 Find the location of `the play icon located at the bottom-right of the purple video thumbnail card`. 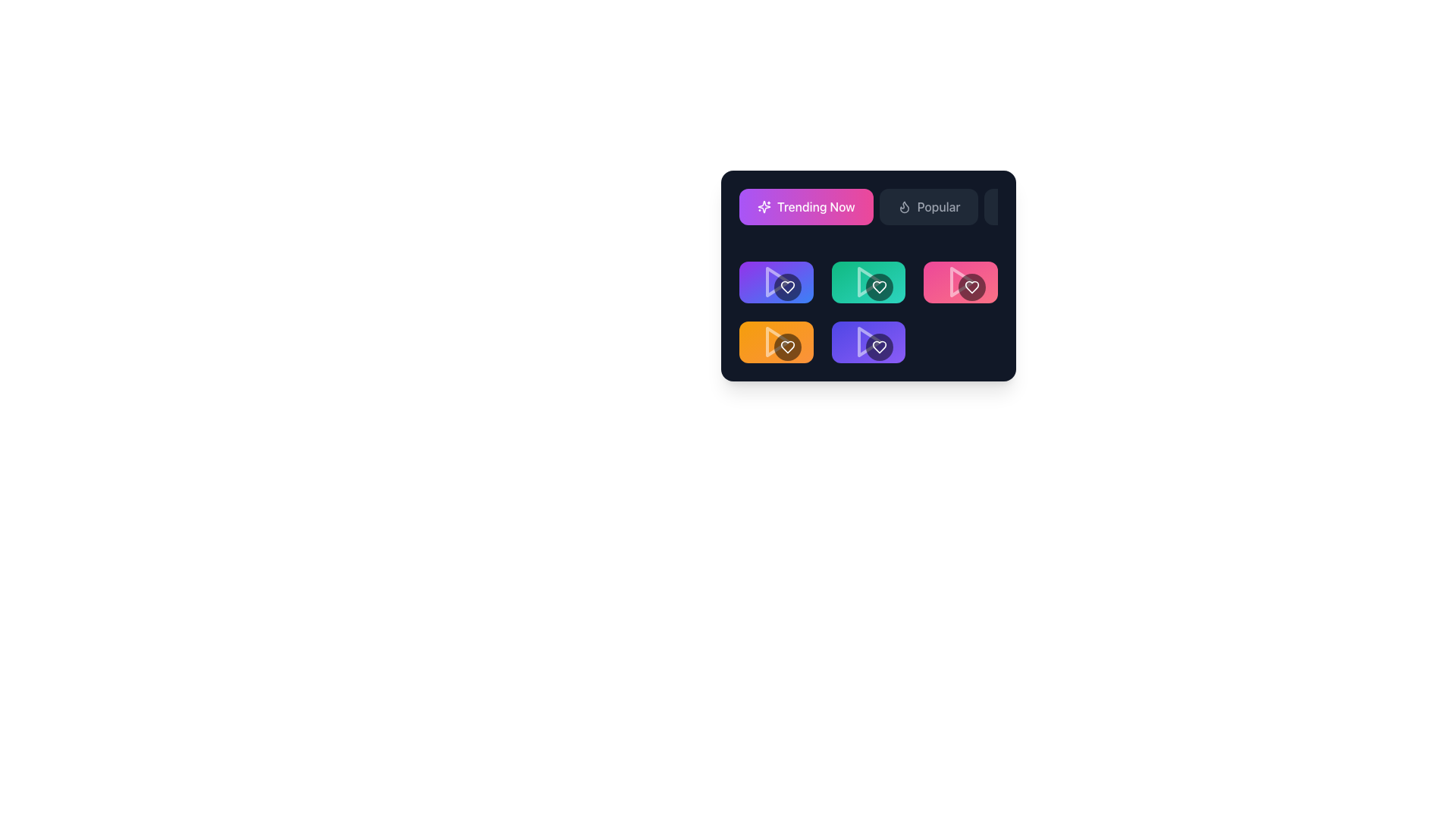

the play icon located at the bottom-right of the purple video thumbnail card is located at coordinates (870, 342).